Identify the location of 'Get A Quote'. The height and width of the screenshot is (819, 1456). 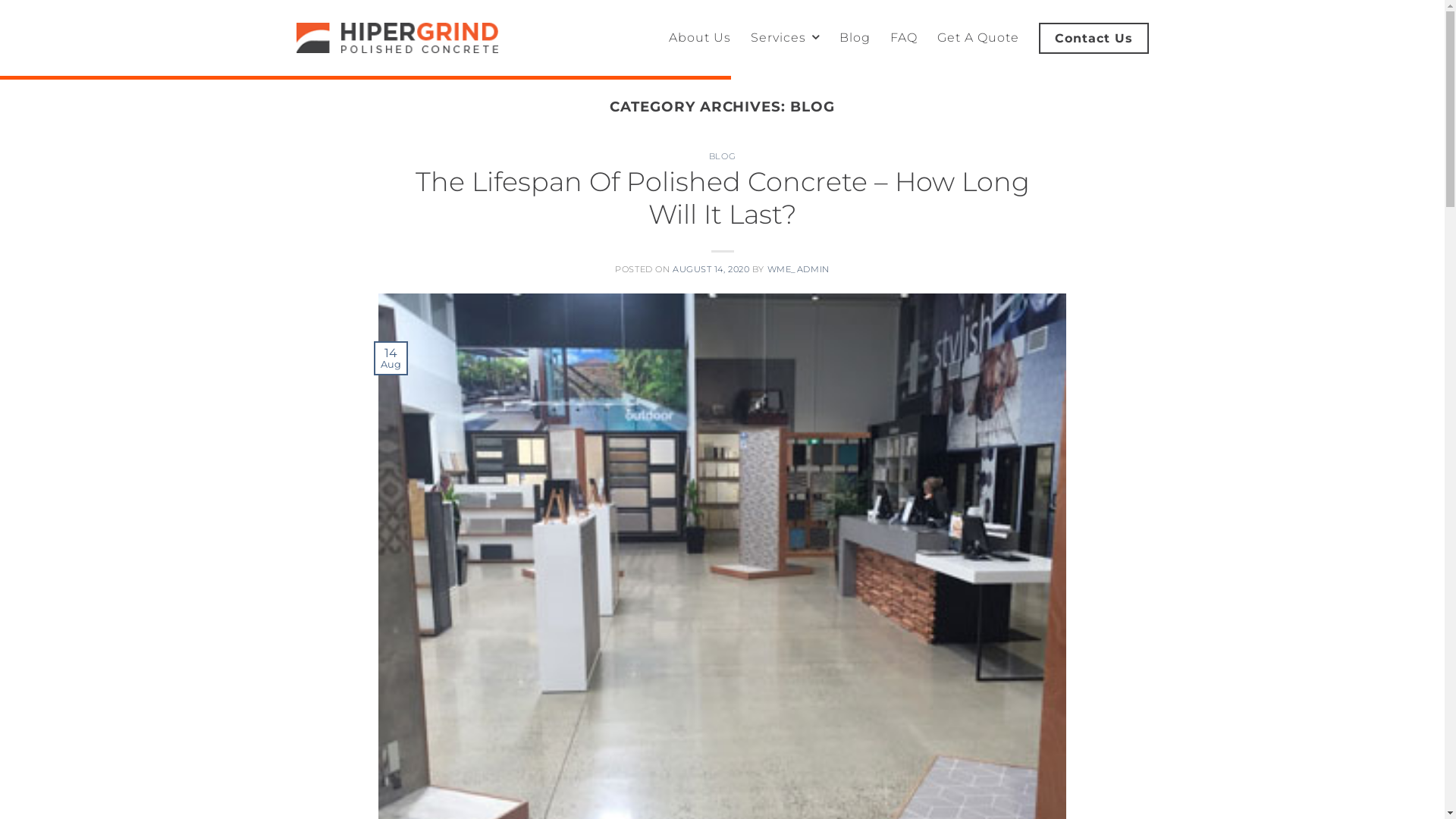
(978, 37).